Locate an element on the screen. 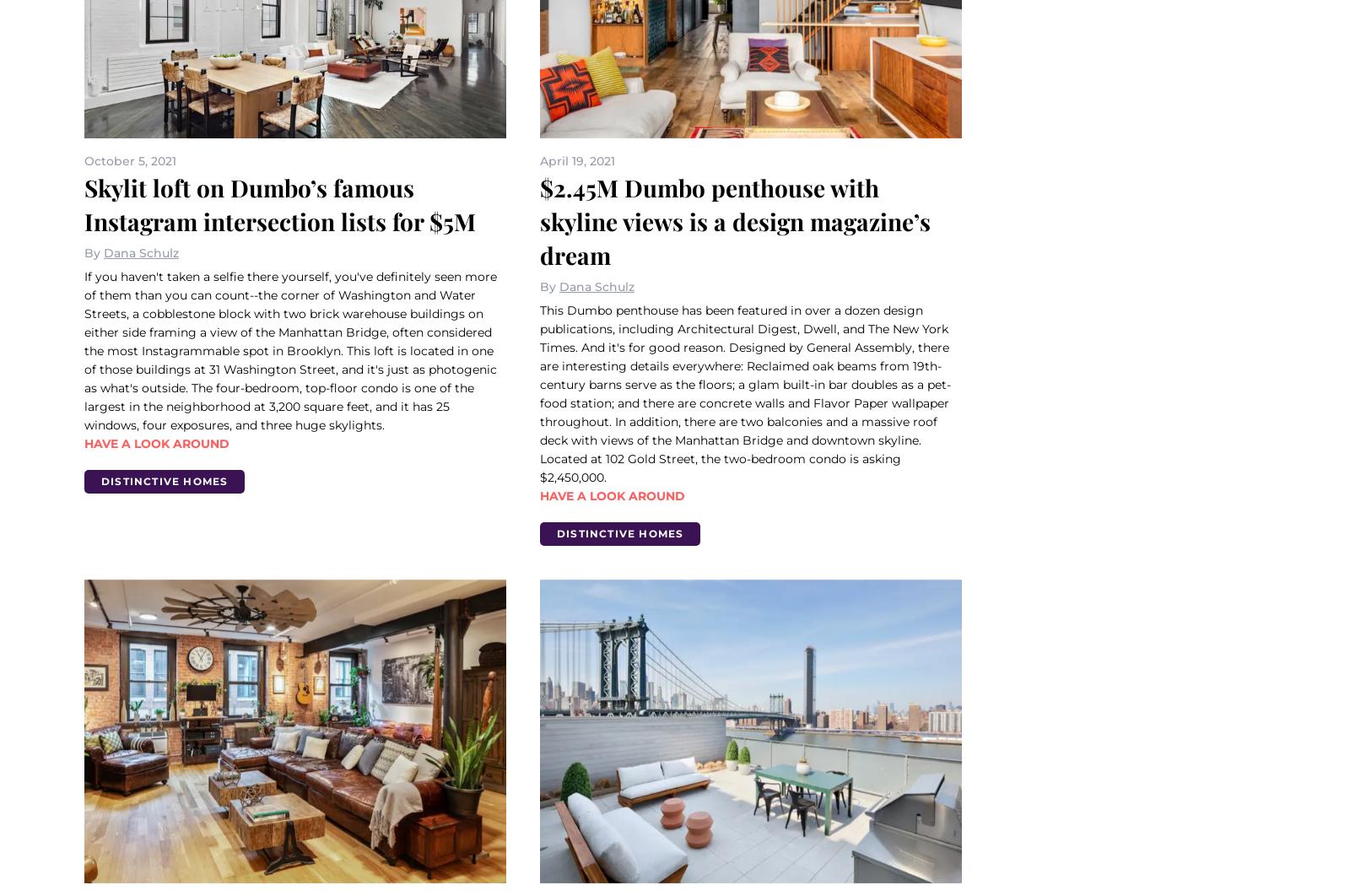  'October 5, 2021' is located at coordinates (129, 159).